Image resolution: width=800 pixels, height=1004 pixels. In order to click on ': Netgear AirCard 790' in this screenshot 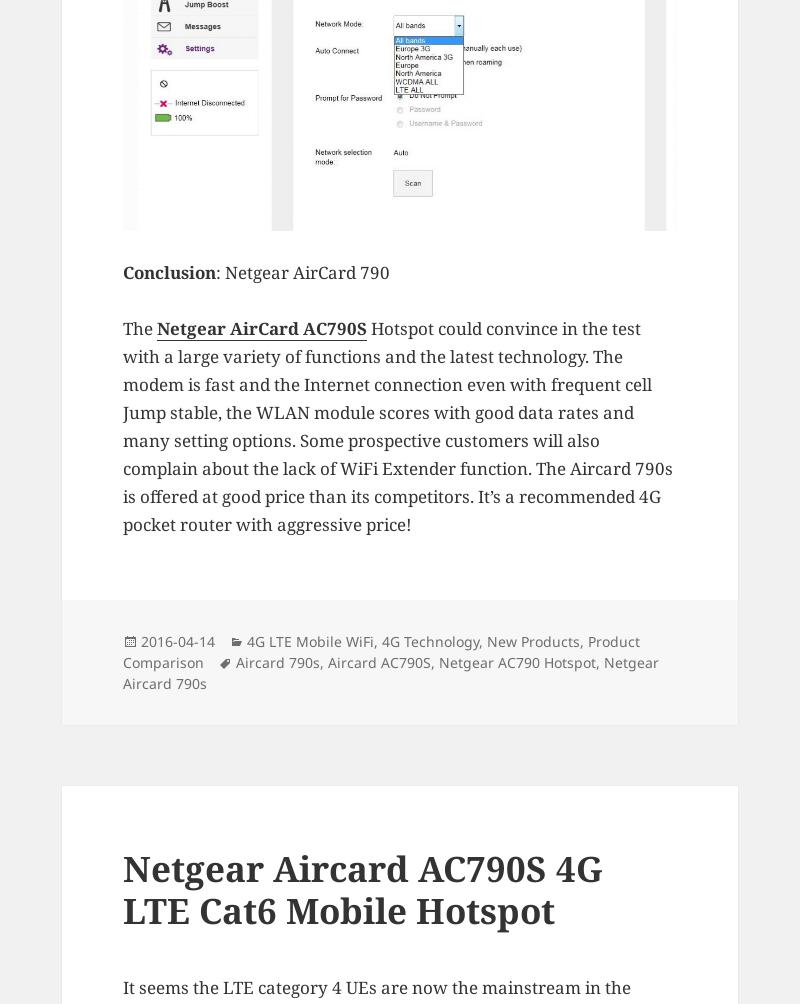, I will do `click(302, 271)`.